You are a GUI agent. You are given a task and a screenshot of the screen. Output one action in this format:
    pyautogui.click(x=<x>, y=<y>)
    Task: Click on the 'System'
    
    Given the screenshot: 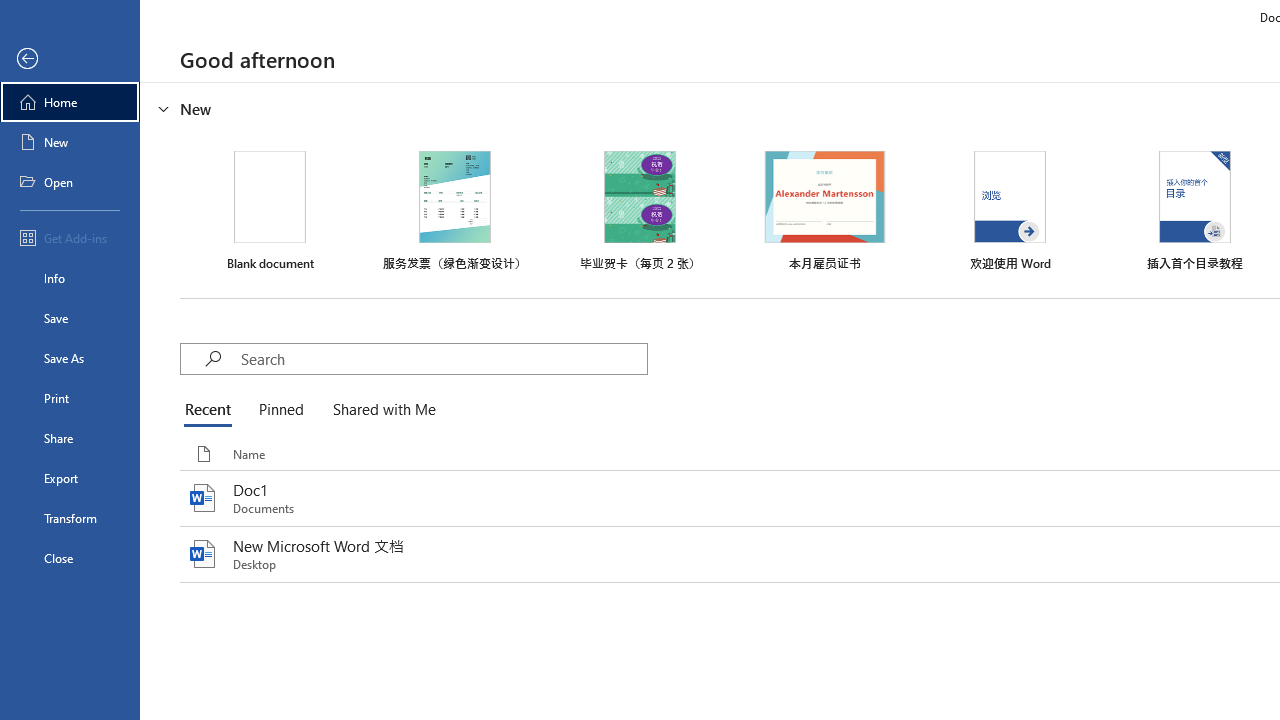 What is the action you would take?
    pyautogui.click(x=10, y=11)
    